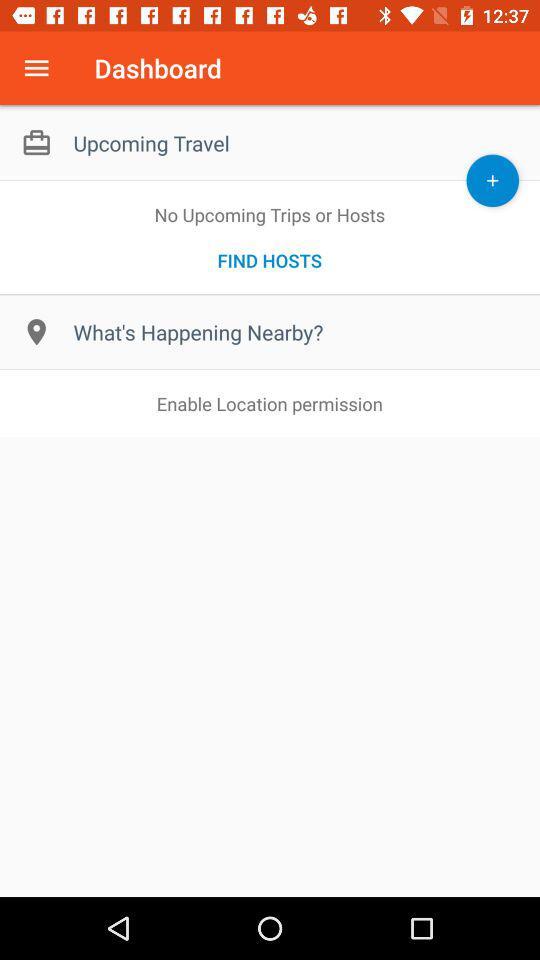 The height and width of the screenshot is (960, 540). What do you see at coordinates (491, 179) in the screenshot?
I see `a topic` at bounding box center [491, 179].